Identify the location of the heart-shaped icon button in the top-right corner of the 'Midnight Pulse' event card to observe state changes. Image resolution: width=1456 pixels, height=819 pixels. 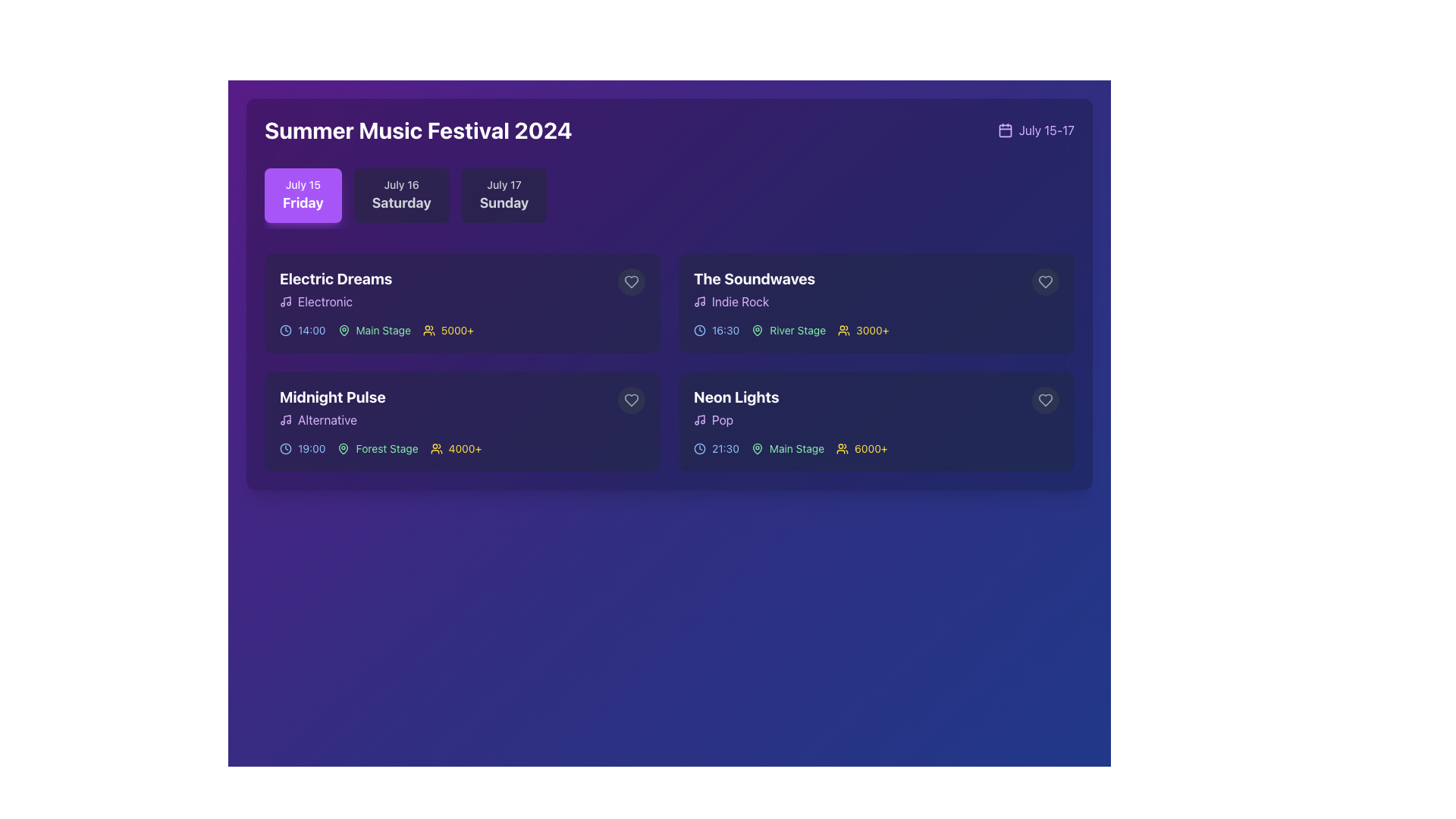
(632, 400).